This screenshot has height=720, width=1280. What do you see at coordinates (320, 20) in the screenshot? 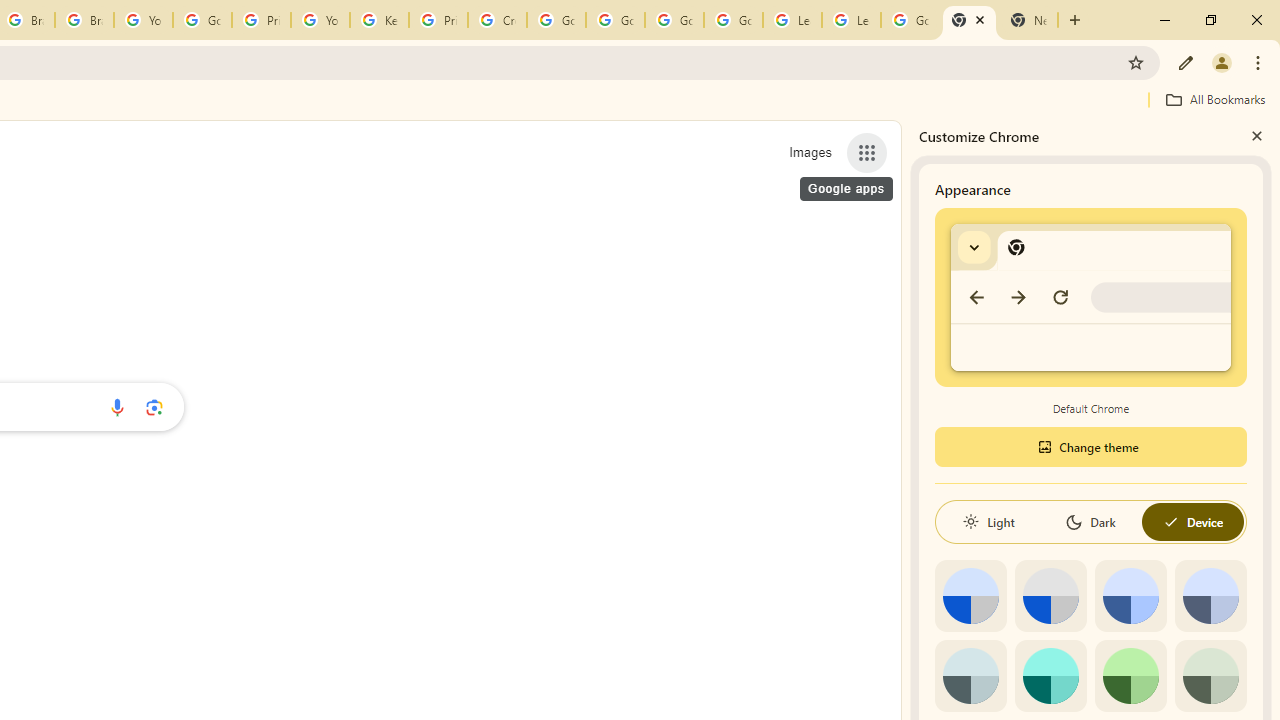
I see `'YouTube'` at bounding box center [320, 20].